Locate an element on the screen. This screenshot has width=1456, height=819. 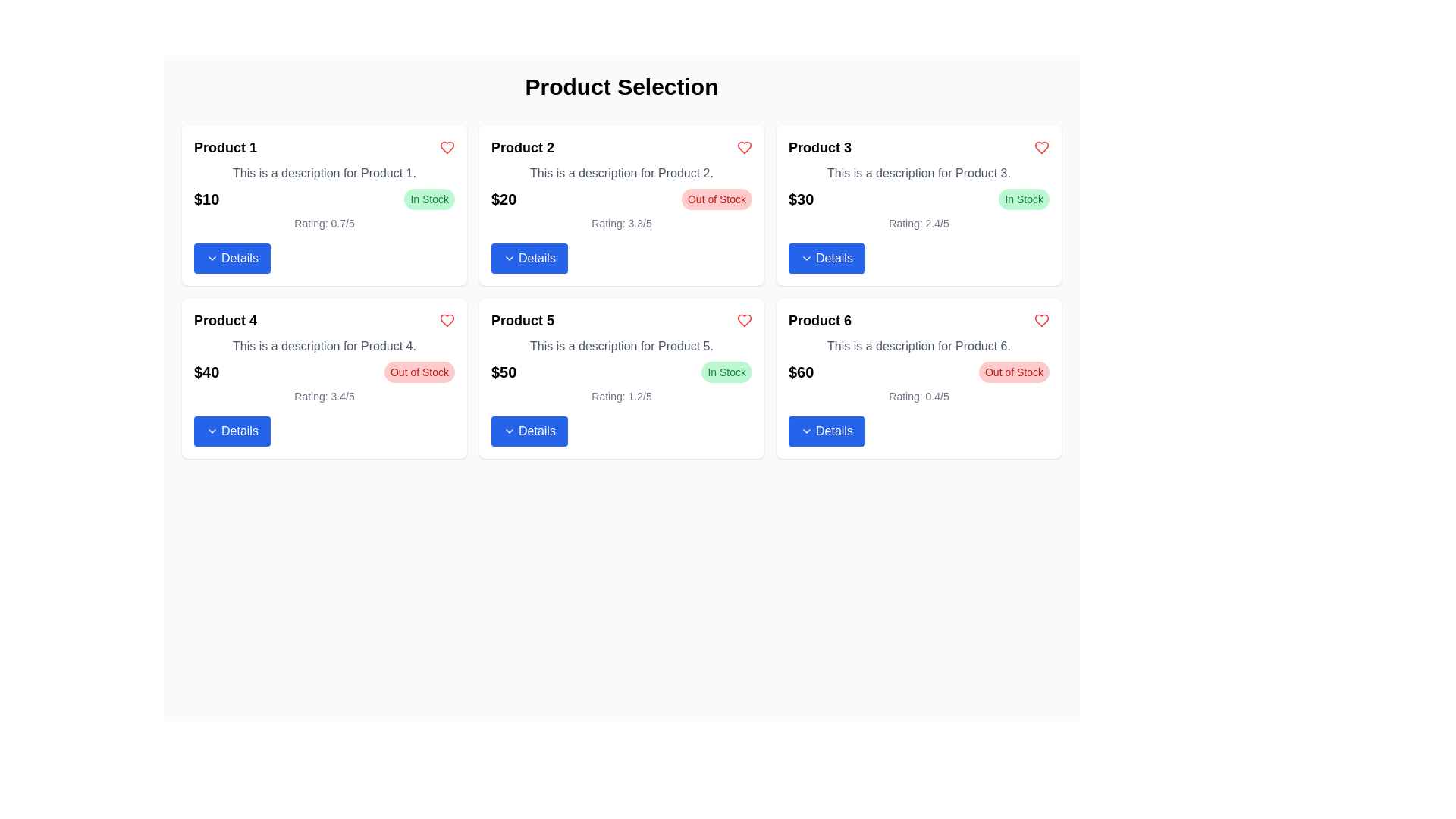
the static text display that shows the user rating for 'Product 5', located at the bottom of the product card above the 'Details' button is located at coordinates (622, 396).